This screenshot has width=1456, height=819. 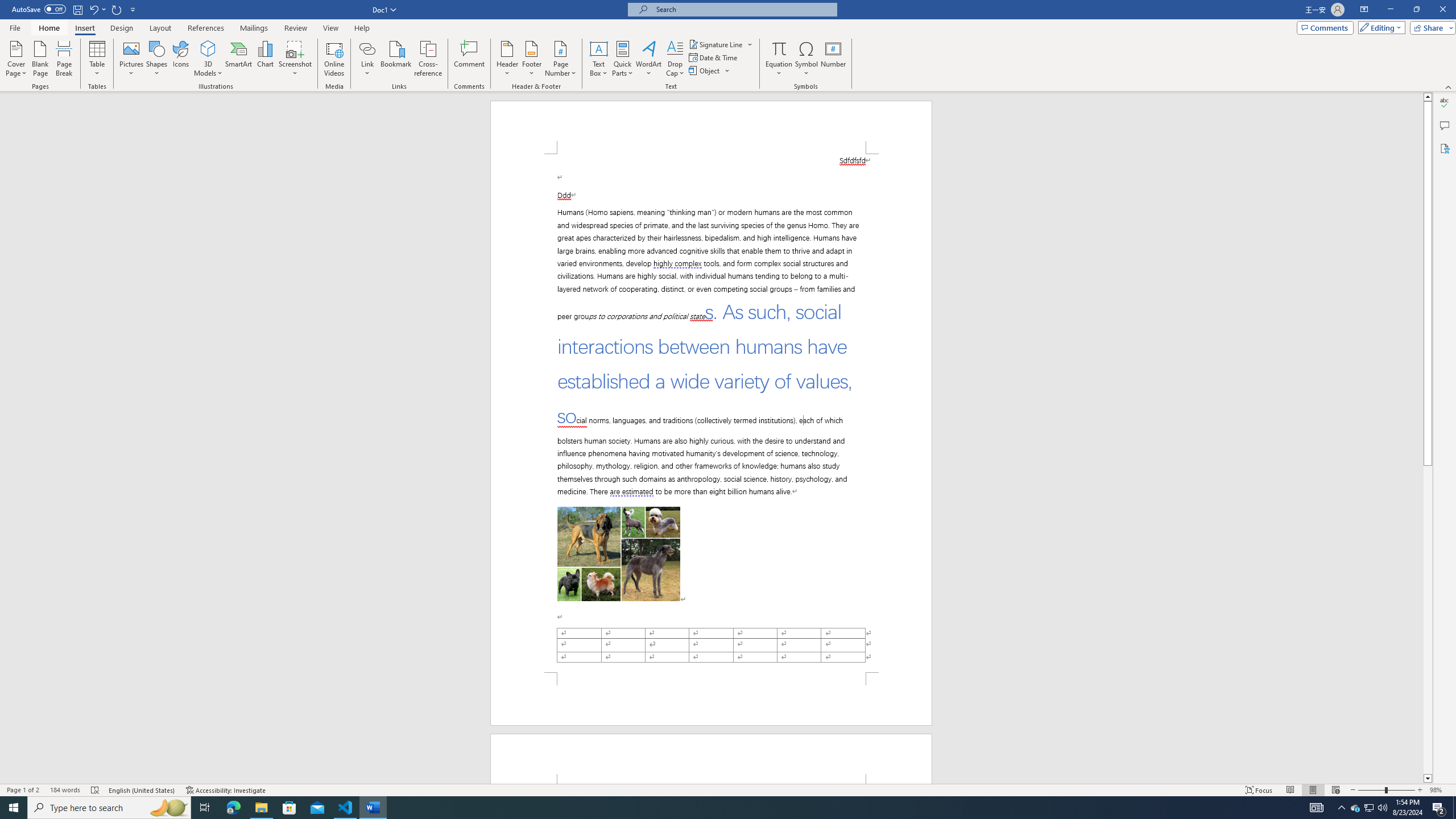 I want to click on 'Equation', so click(x=779, y=48).